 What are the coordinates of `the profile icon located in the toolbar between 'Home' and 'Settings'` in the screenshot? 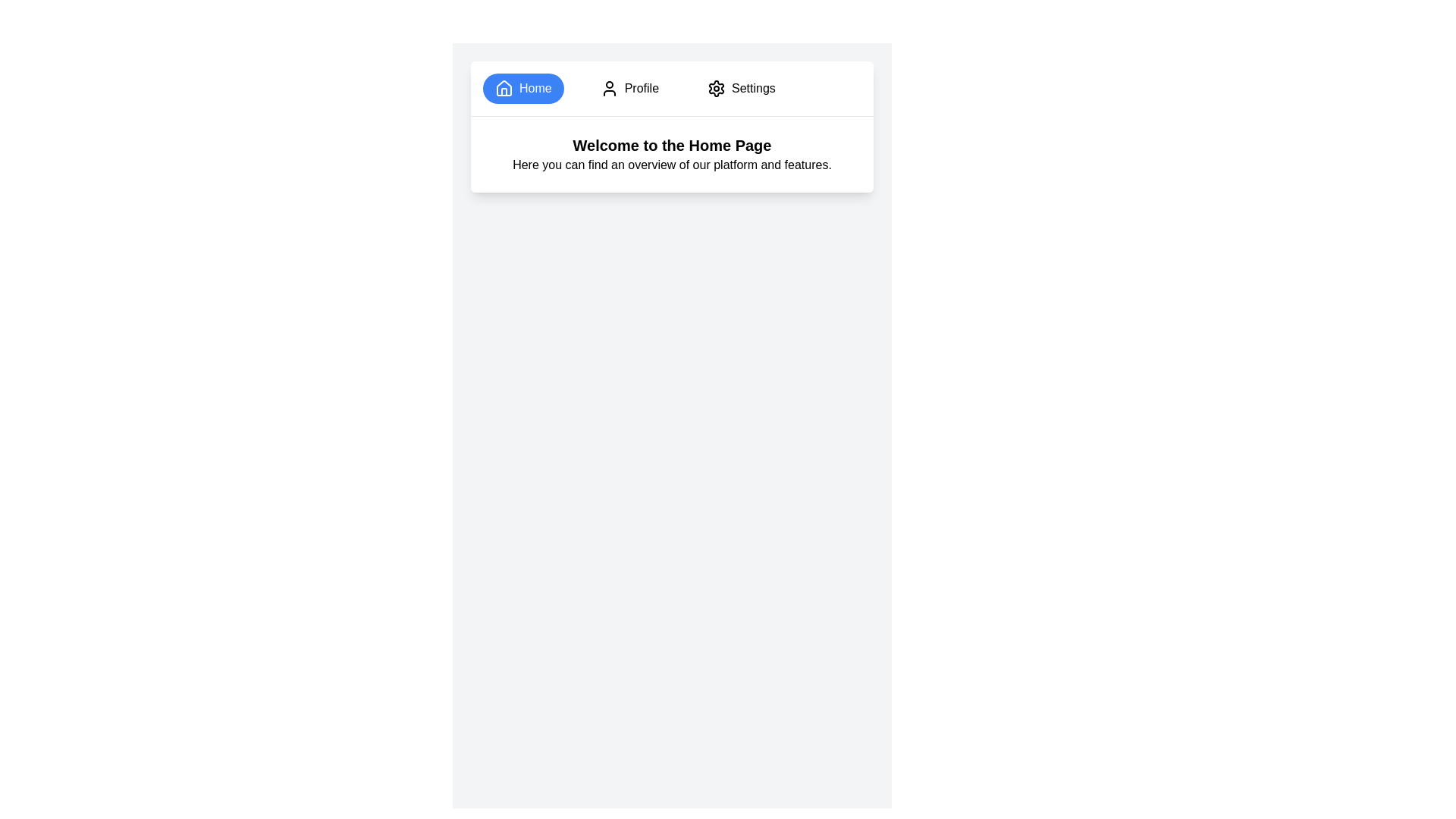 It's located at (609, 88).